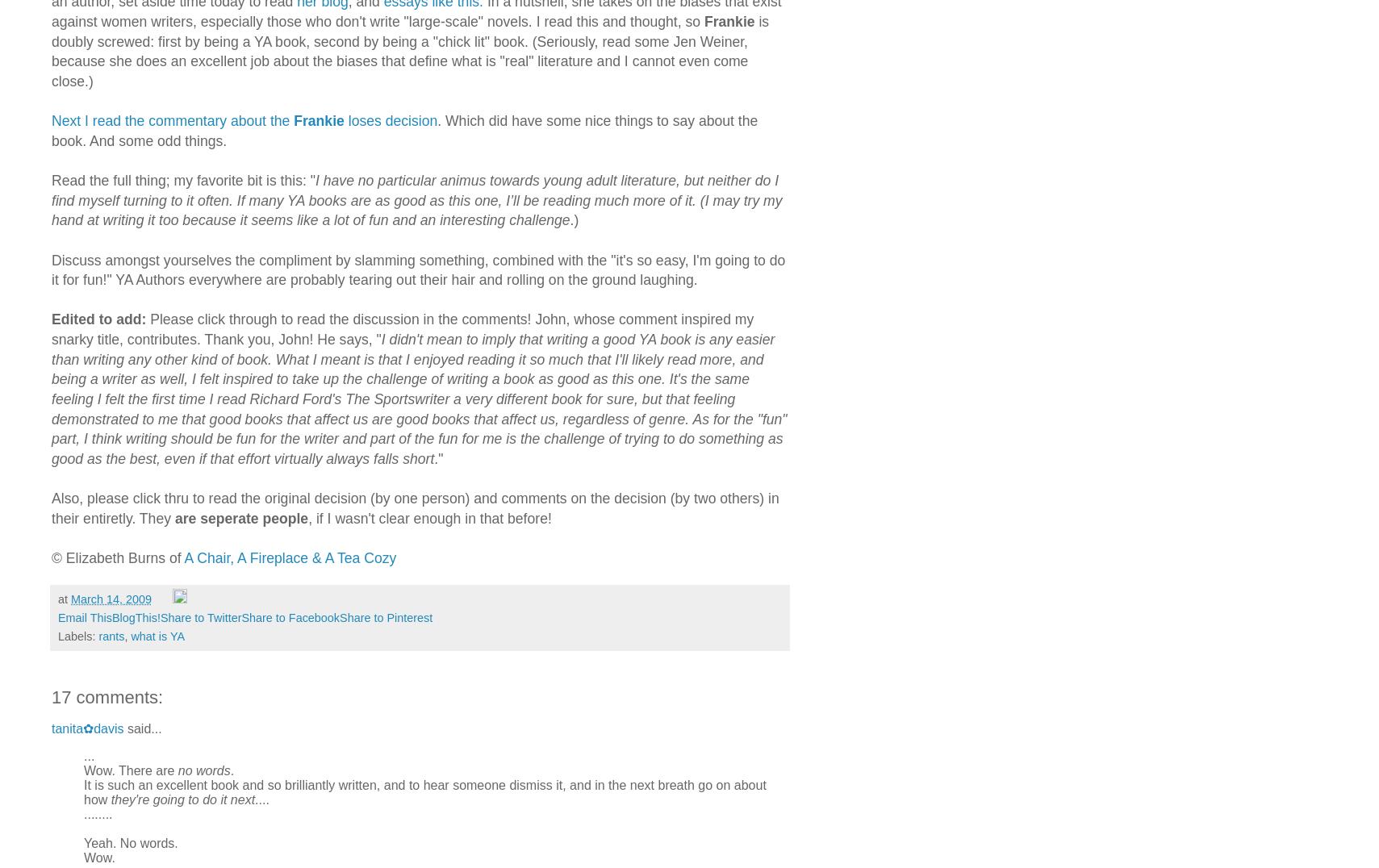 The height and width of the screenshot is (868, 1379). Describe the element at coordinates (141, 727) in the screenshot. I see `'said...'` at that location.